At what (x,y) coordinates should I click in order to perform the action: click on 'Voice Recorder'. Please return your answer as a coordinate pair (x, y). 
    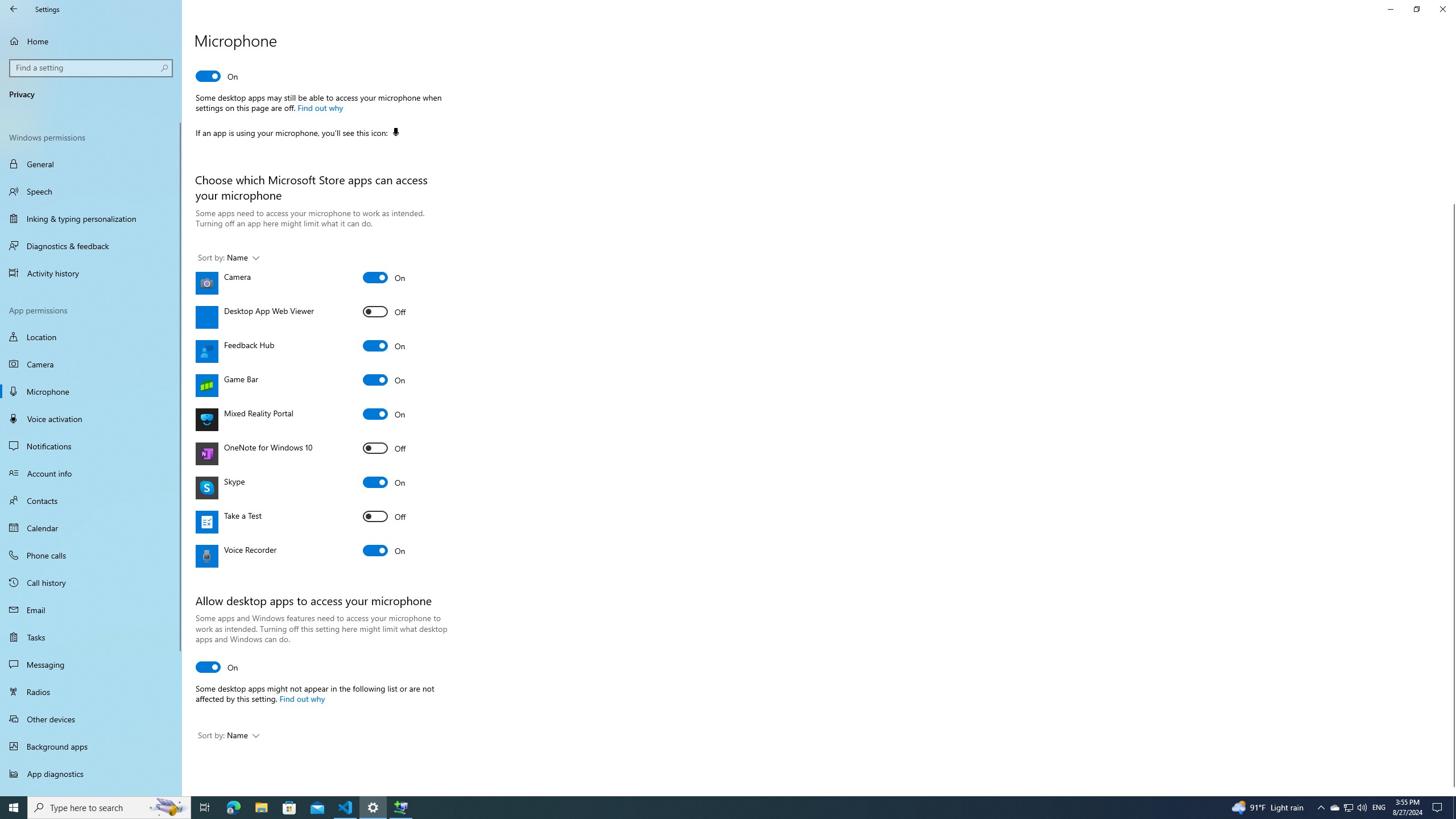
    Looking at the image, I should click on (383, 549).